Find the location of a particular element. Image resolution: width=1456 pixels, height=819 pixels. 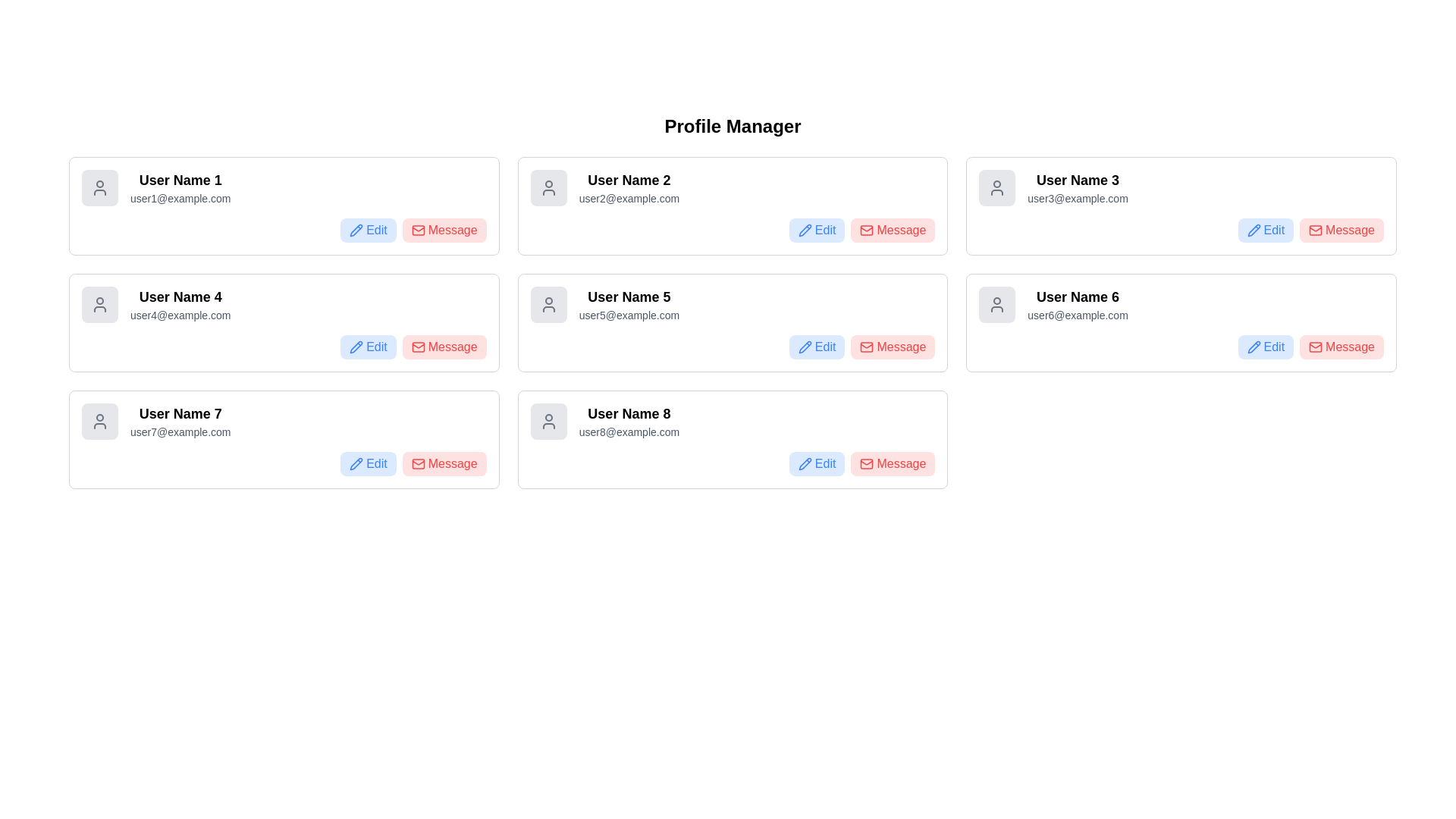

the 'Message' button text label indicating the purpose of the button within the third user card ('User Name 5') is located at coordinates (901, 347).